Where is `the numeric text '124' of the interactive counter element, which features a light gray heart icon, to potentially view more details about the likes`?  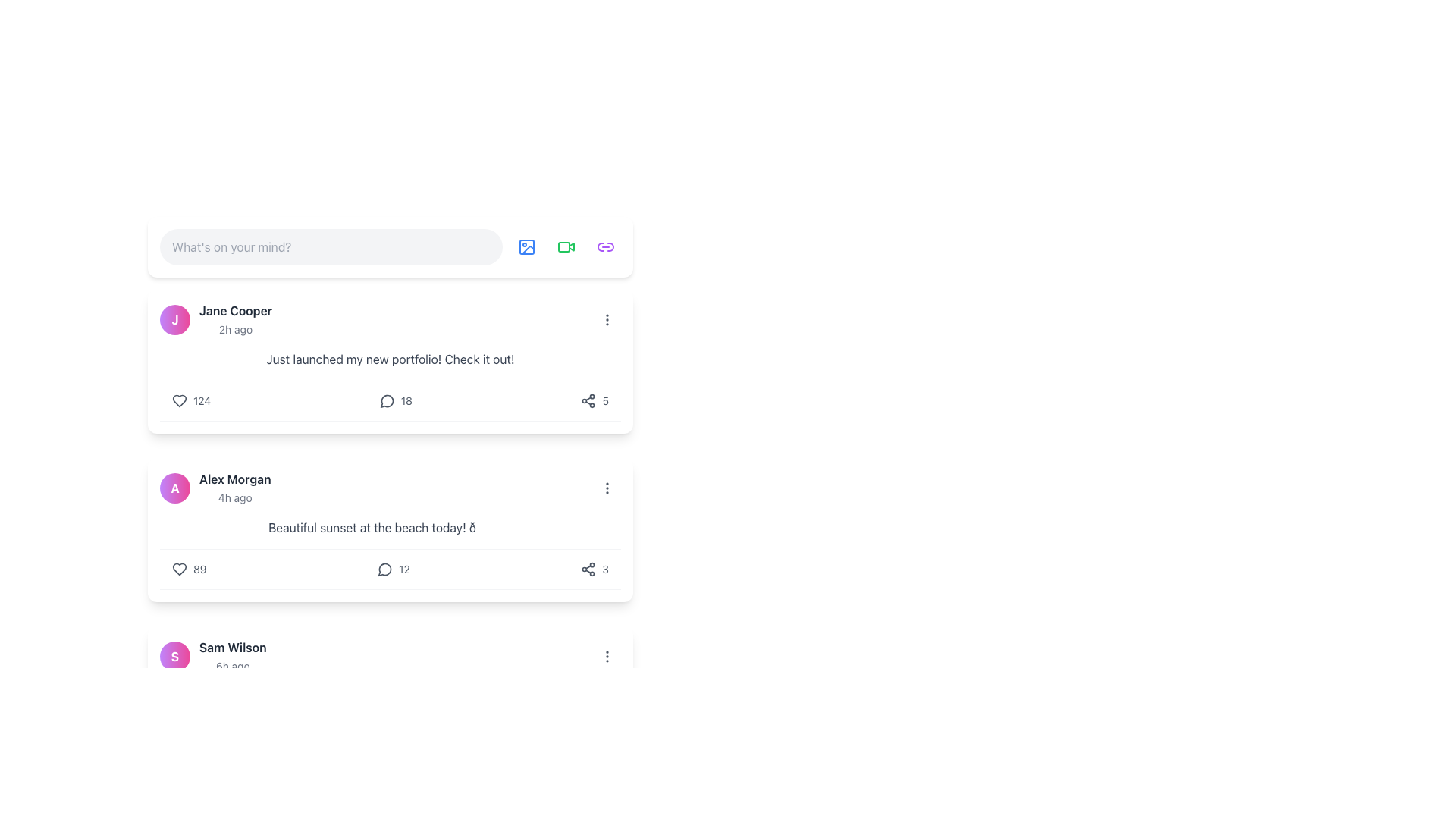
the numeric text '124' of the interactive counter element, which features a light gray heart icon, to potentially view more details about the likes is located at coordinates (190, 400).